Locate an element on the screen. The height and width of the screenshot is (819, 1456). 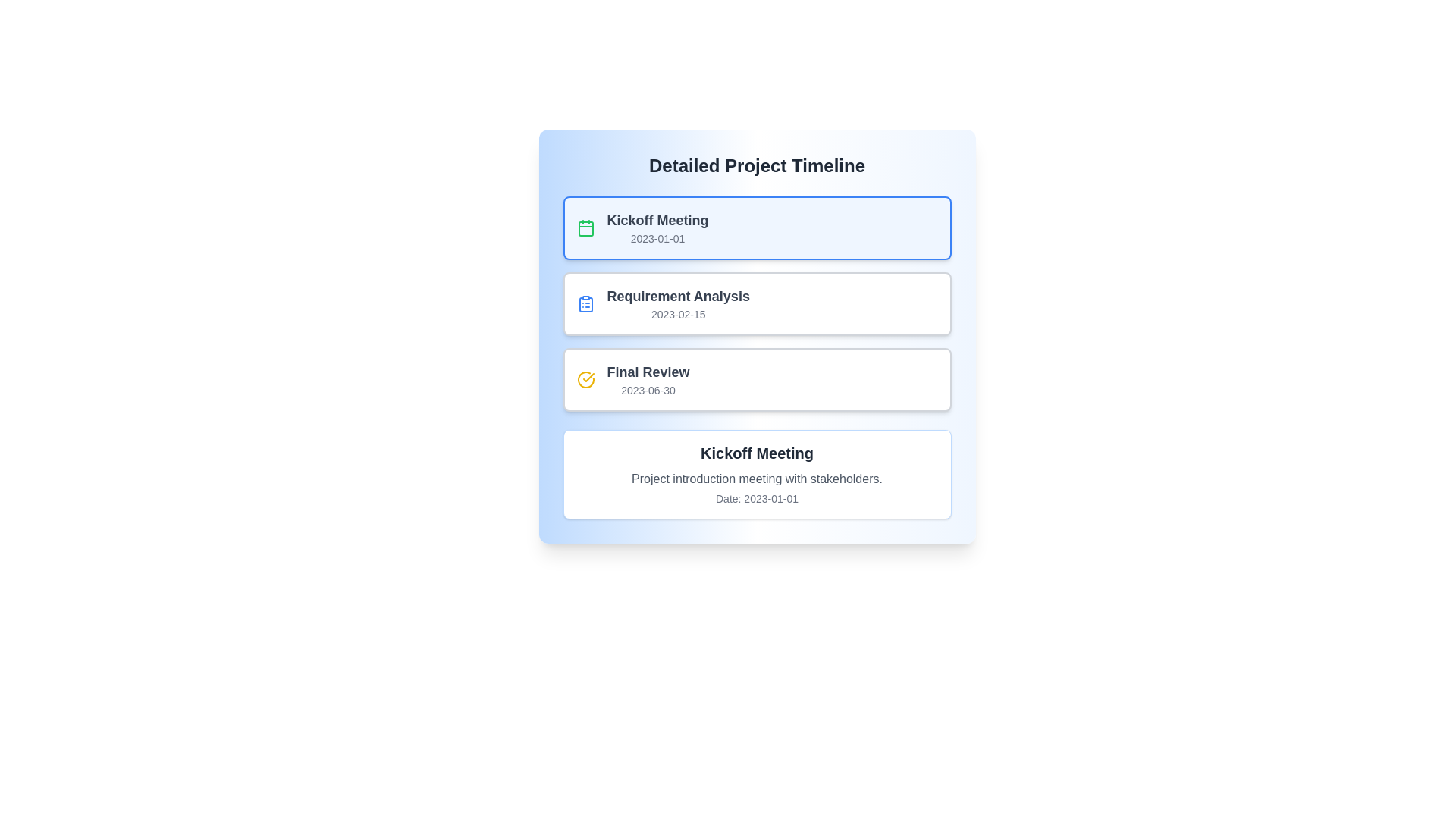
the 'Final Review' milestone icon located within the third card of the project timeline, which indicates that the milestone has been marked as completed or verified is located at coordinates (585, 379).